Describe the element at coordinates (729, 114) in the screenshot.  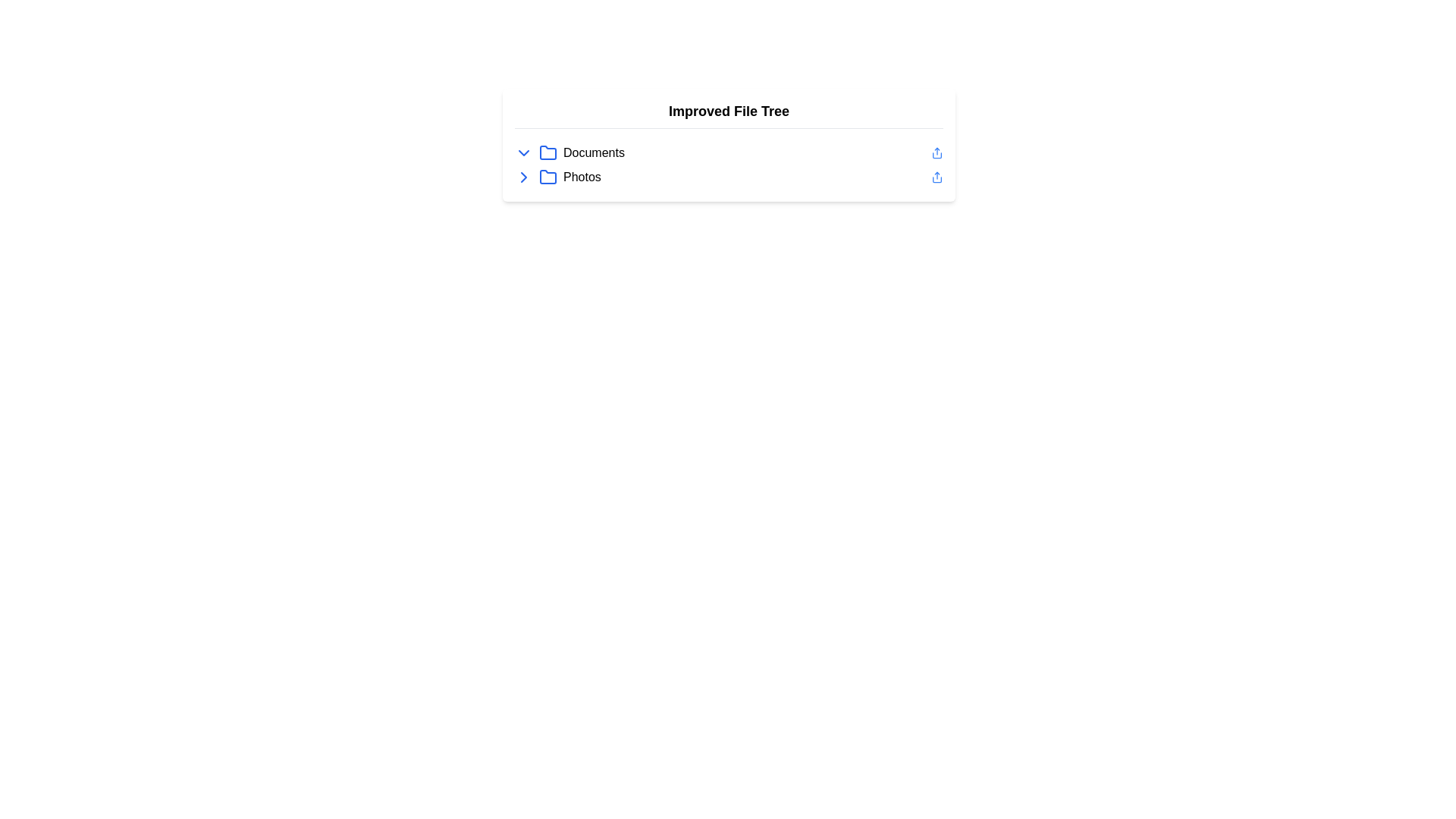
I see `the heading element containing the text 'Improved File Tree', which is styled in bold and larger font, centrally aligned above the 'Documents' and 'Photos' entries` at that location.